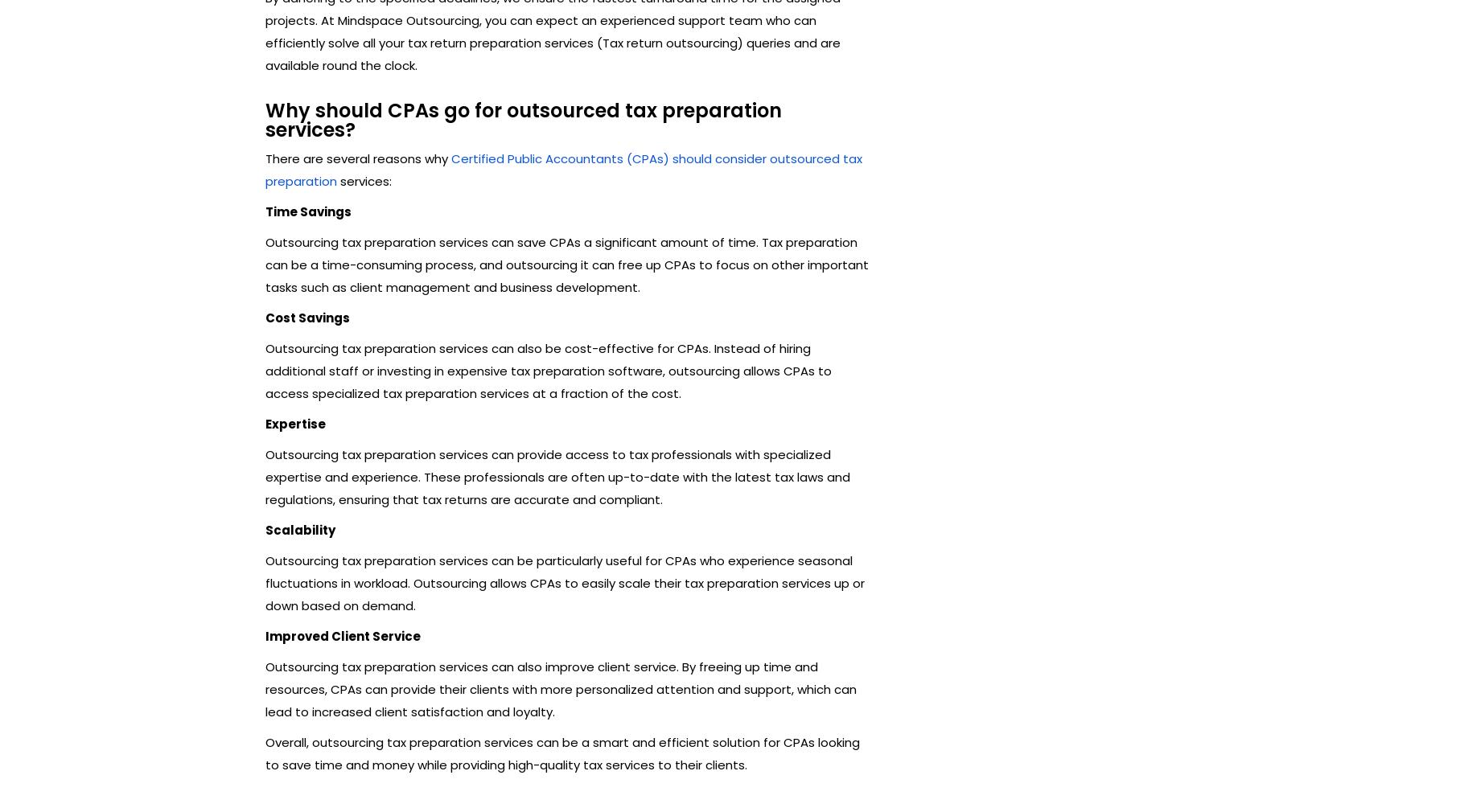 The height and width of the screenshot is (812, 1460). I want to click on 'Time Savings', so click(308, 211).